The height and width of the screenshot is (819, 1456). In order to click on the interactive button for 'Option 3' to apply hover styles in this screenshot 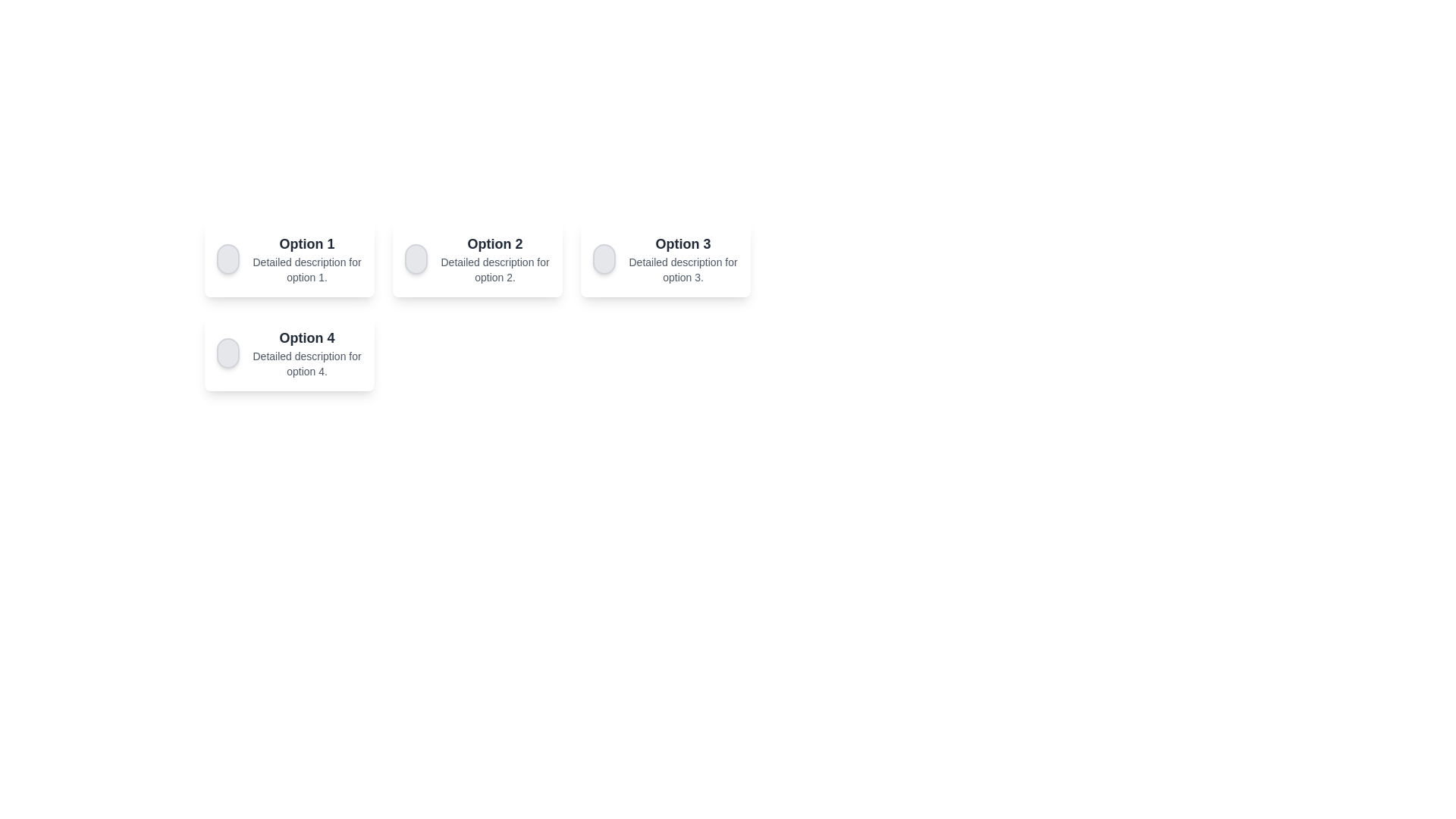, I will do `click(603, 259)`.